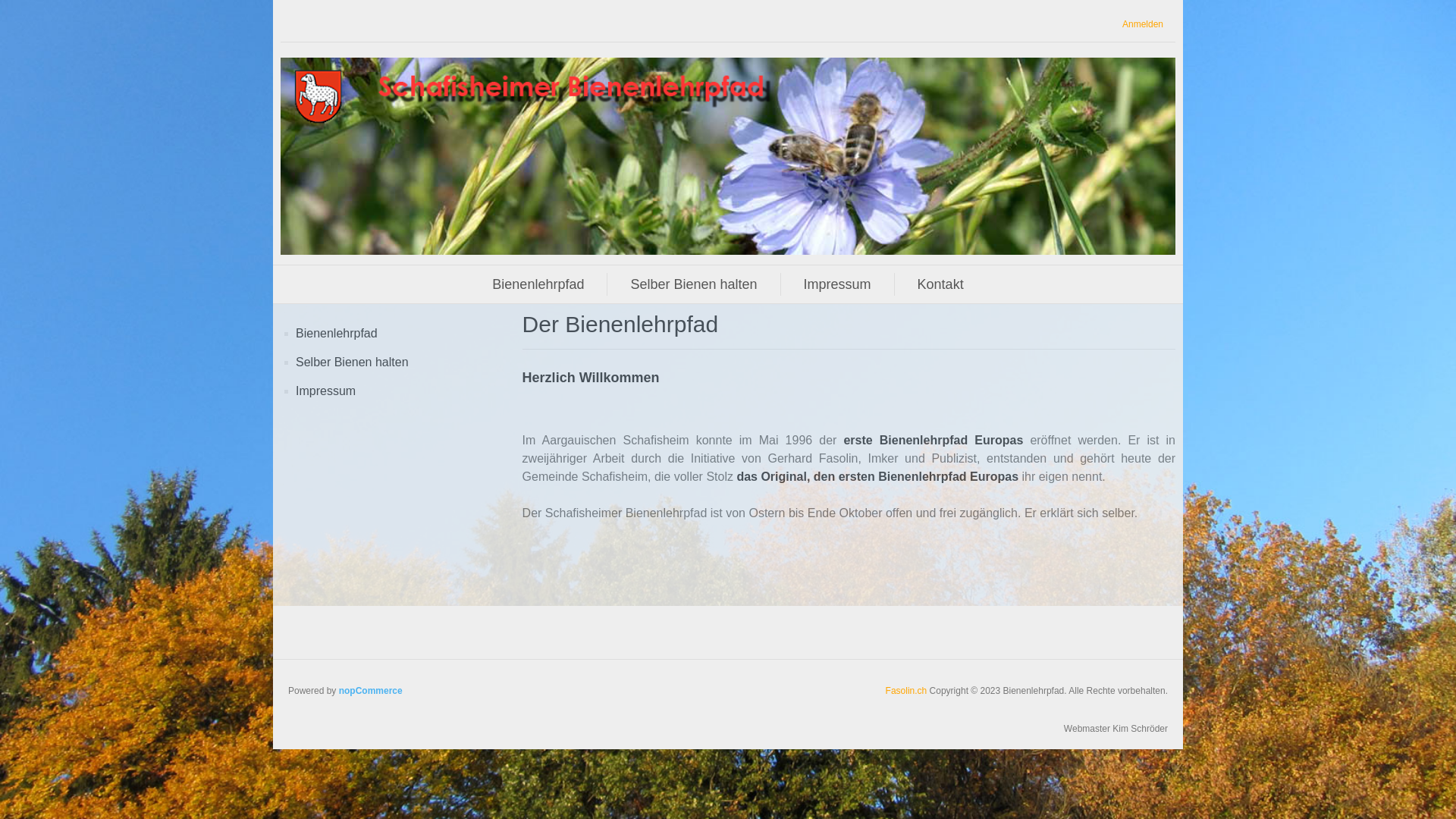  Describe the element at coordinates (351, 362) in the screenshot. I see `'Selber Bienen halten'` at that location.